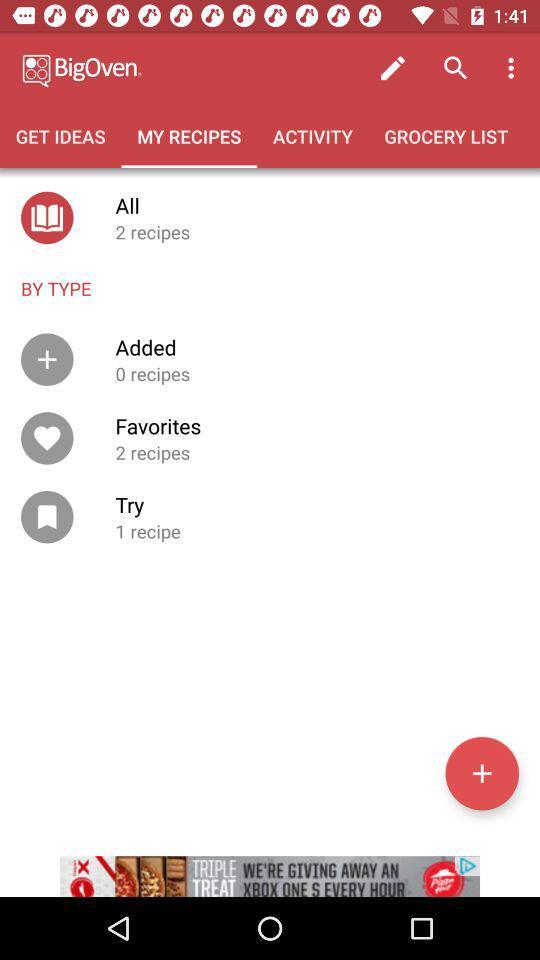 This screenshot has width=540, height=960. I want to click on the add icon, so click(481, 772).